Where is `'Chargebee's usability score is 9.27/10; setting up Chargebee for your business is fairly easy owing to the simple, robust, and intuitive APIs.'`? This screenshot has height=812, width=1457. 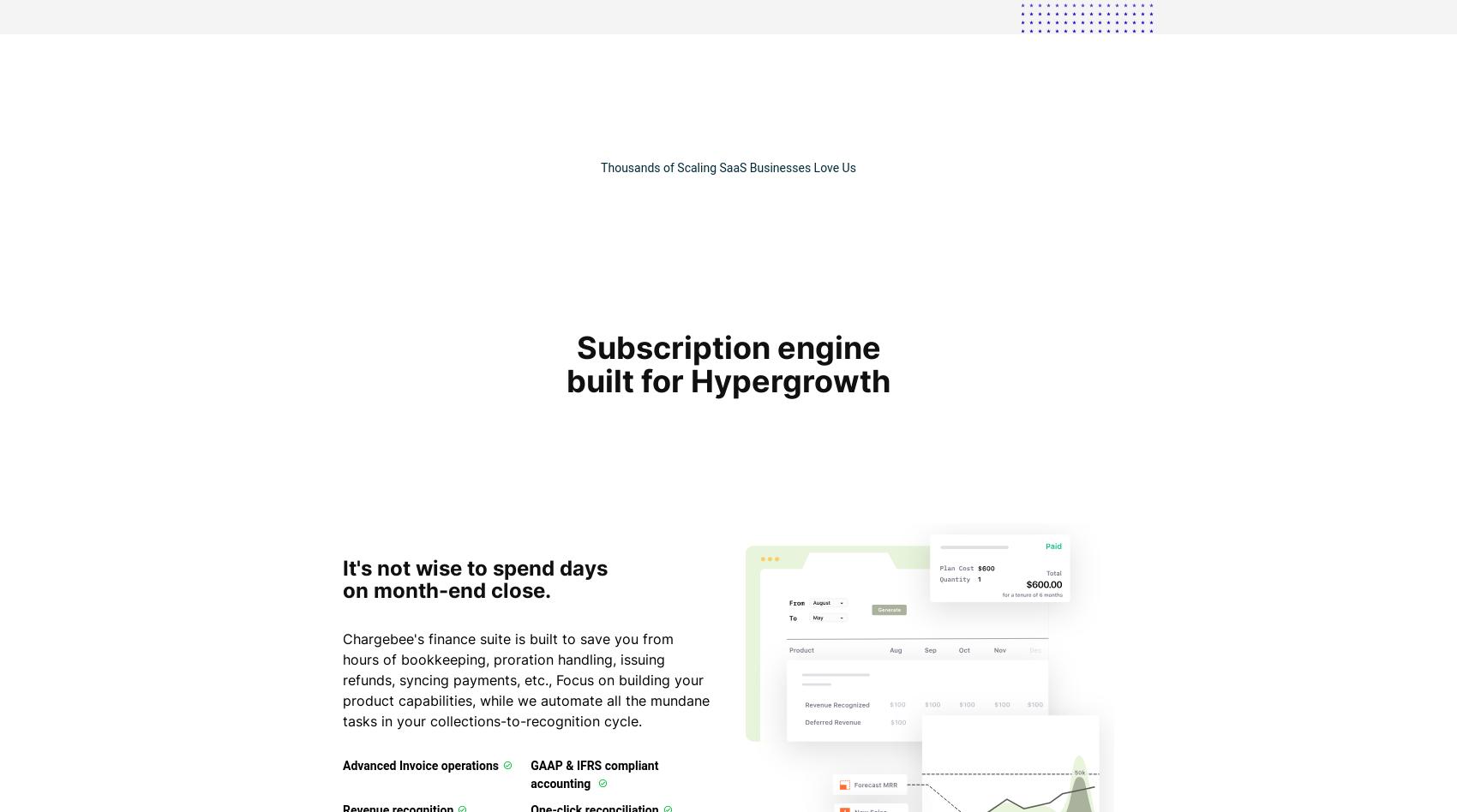
'Chargebee's usability score is 9.27/10; setting up Chargebee for your business is fairly easy owing to the simple, robust, and intuitive APIs.' is located at coordinates (295, 751).